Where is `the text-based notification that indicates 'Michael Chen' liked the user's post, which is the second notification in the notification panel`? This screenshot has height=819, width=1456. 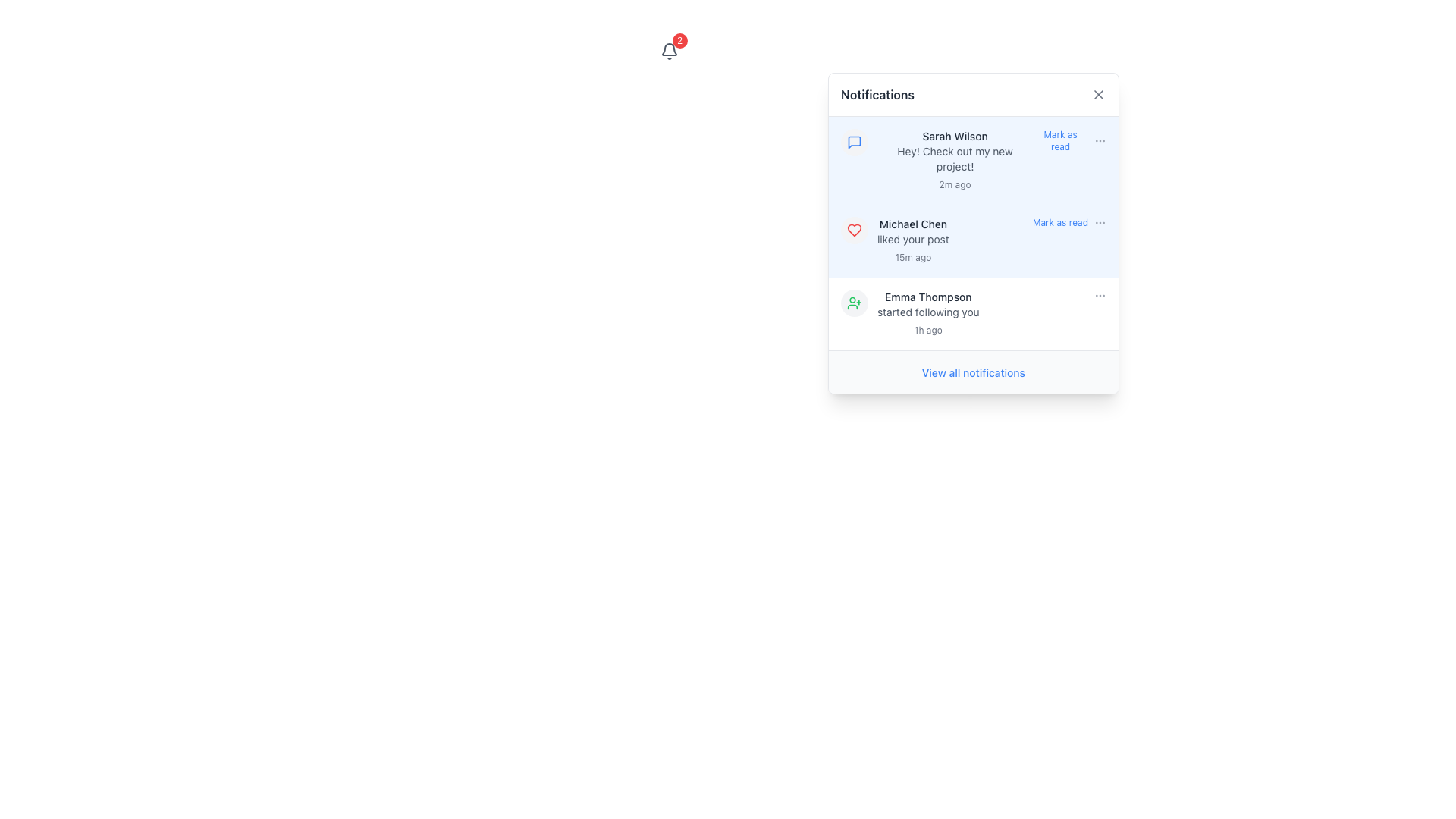 the text-based notification that indicates 'Michael Chen' liked the user's post, which is the second notification in the notification panel is located at coordinates (912, 240).